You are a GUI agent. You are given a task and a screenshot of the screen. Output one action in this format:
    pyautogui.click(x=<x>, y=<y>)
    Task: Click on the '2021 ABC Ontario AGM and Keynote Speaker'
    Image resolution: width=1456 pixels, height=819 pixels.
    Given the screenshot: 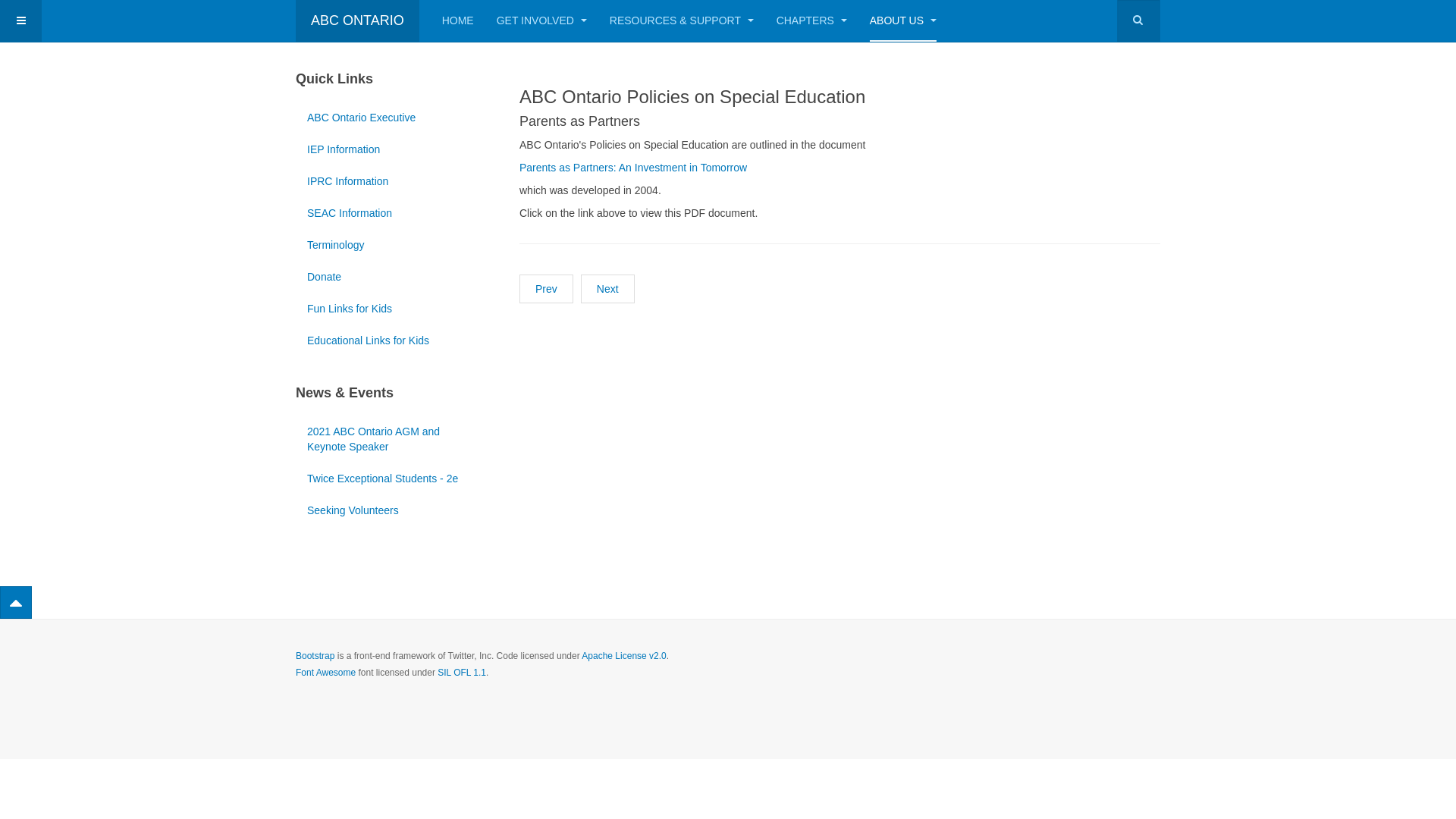 What is the action you would take?
    pyautogui.click(x=392, y=438)
    